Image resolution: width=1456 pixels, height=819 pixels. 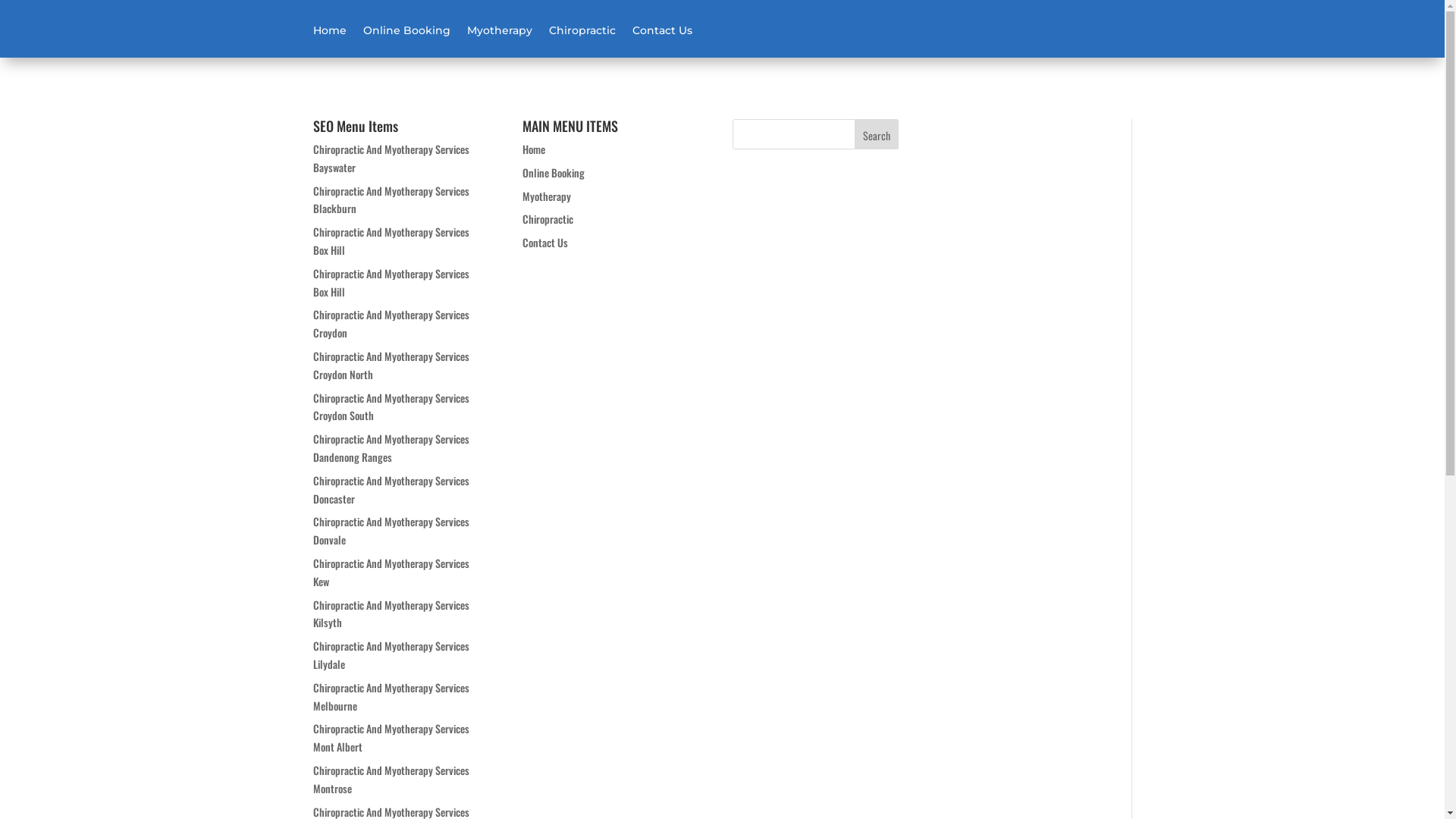 I want to click on 'Chiropractic And Myotherapy Services Kew', so click(x=390, y=572).